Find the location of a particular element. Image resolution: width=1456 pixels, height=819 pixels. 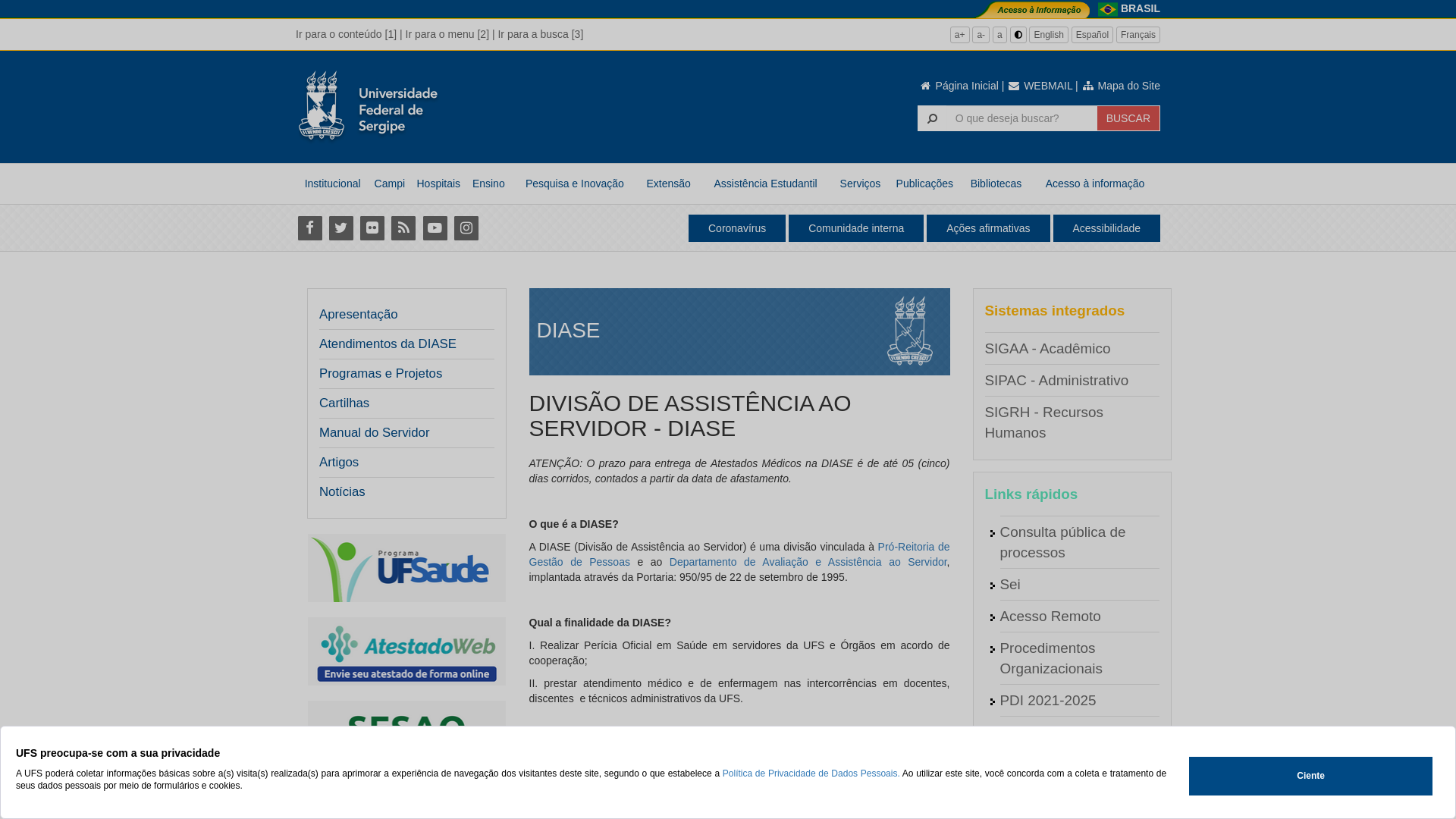

'PDI 2021-2025' is located at coordinates (1046, 700).